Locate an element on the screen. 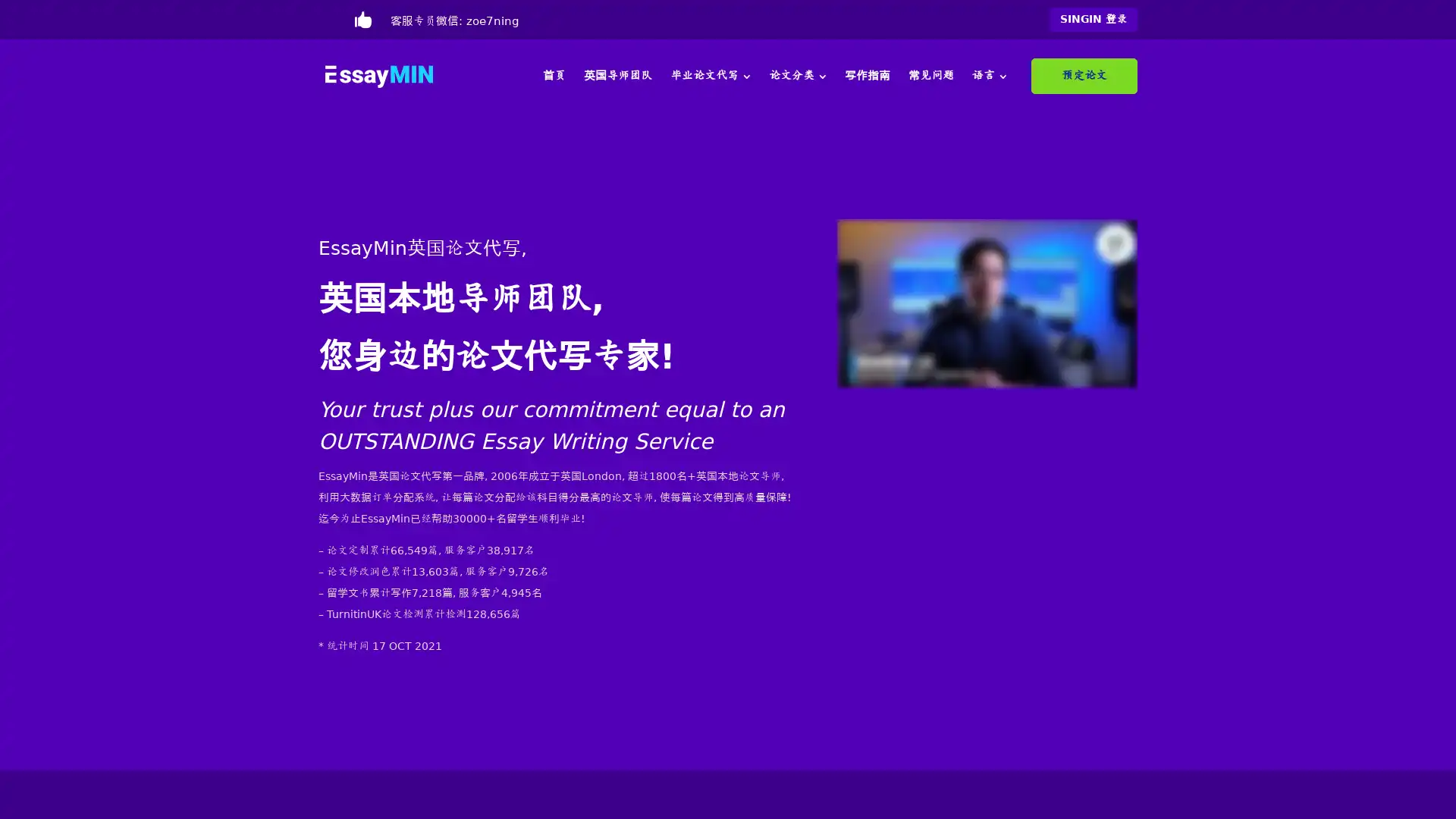  3 is located at coordinates (1002, 76).